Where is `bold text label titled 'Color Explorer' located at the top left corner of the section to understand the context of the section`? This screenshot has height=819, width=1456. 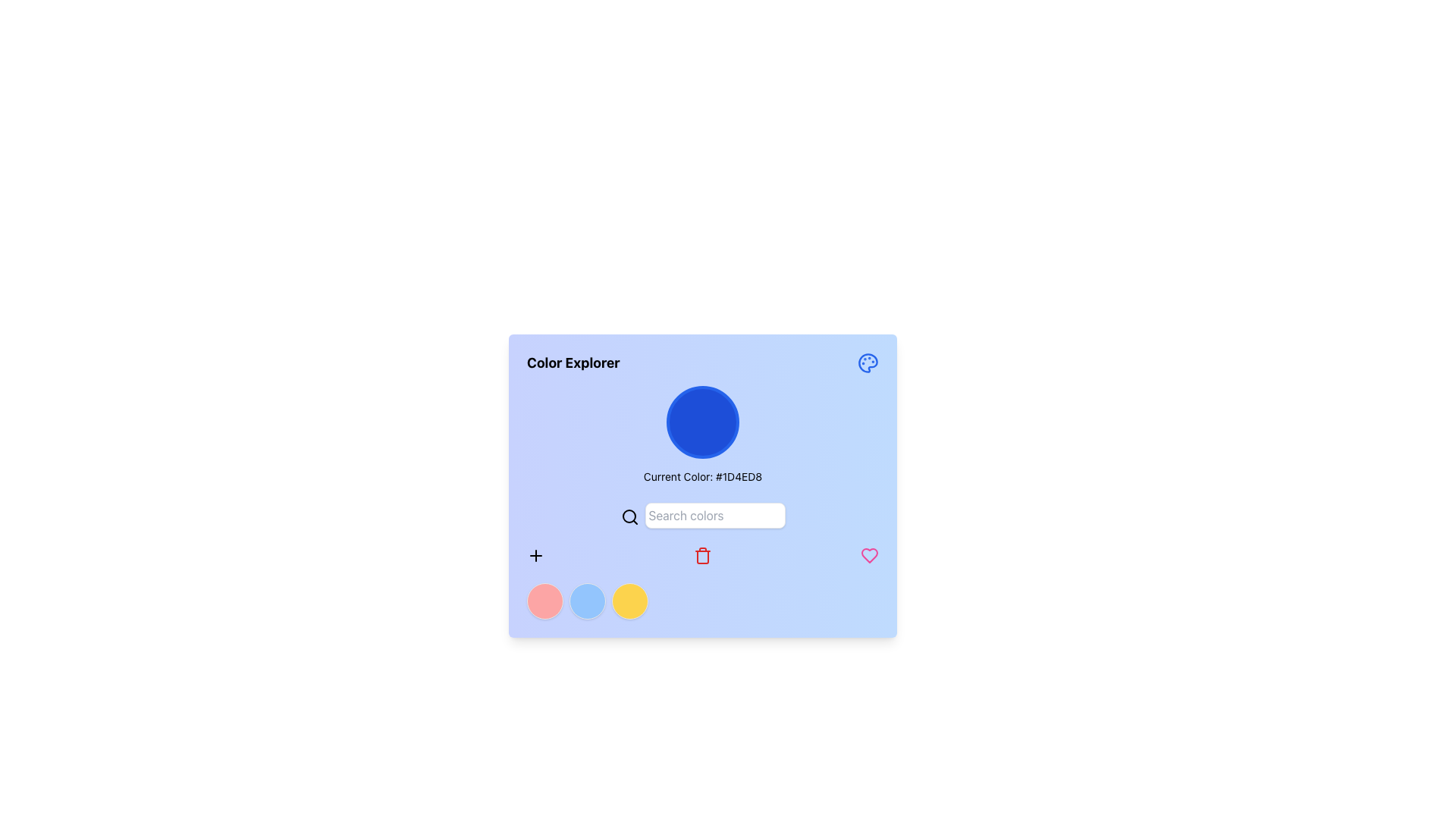
bold text label titled 'Color Explorer' located at the top left corner of the section to understand the context of the section is located at coordinates (573, 362).